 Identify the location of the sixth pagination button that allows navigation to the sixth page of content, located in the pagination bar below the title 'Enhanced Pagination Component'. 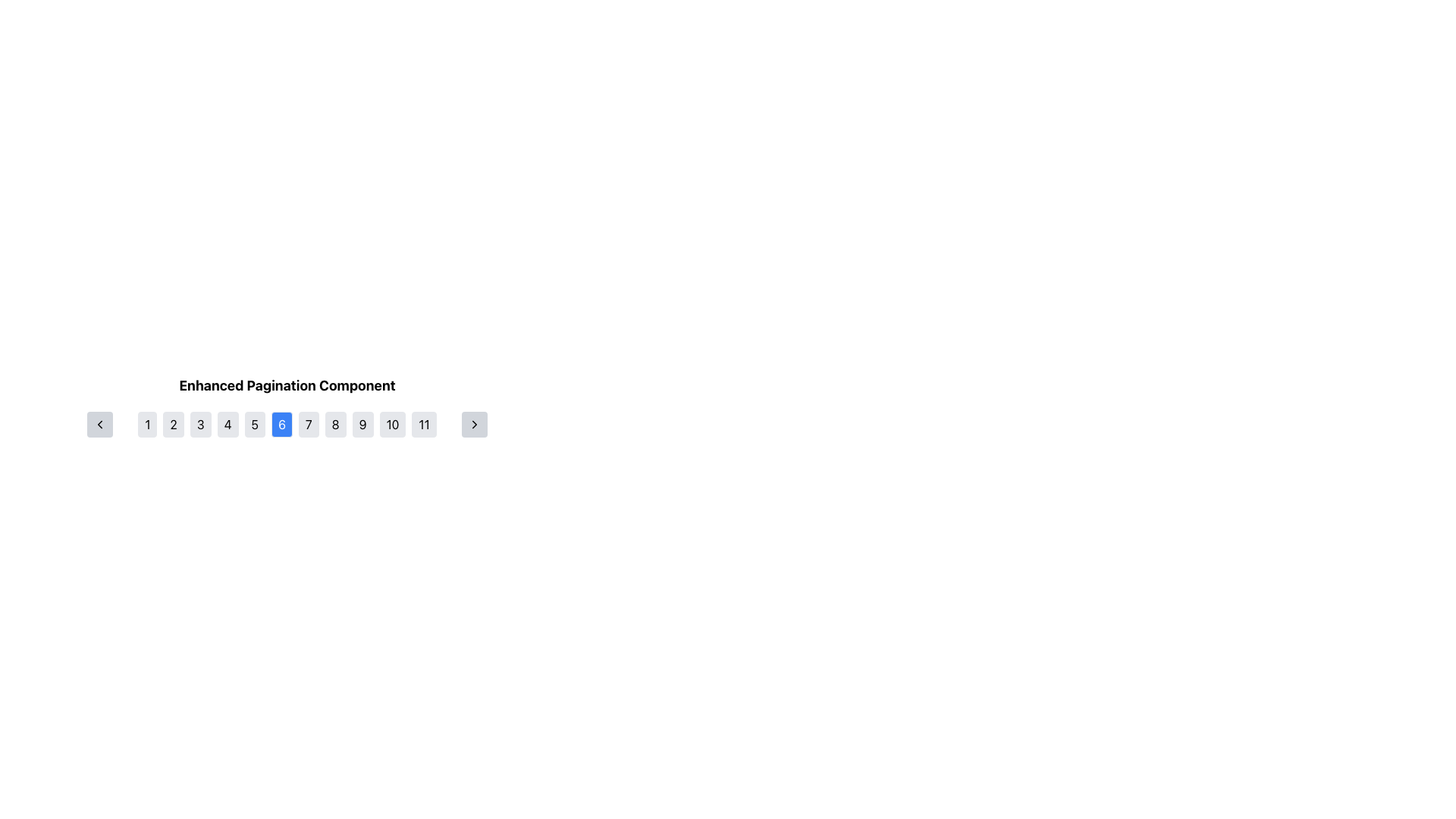
(287, 424).